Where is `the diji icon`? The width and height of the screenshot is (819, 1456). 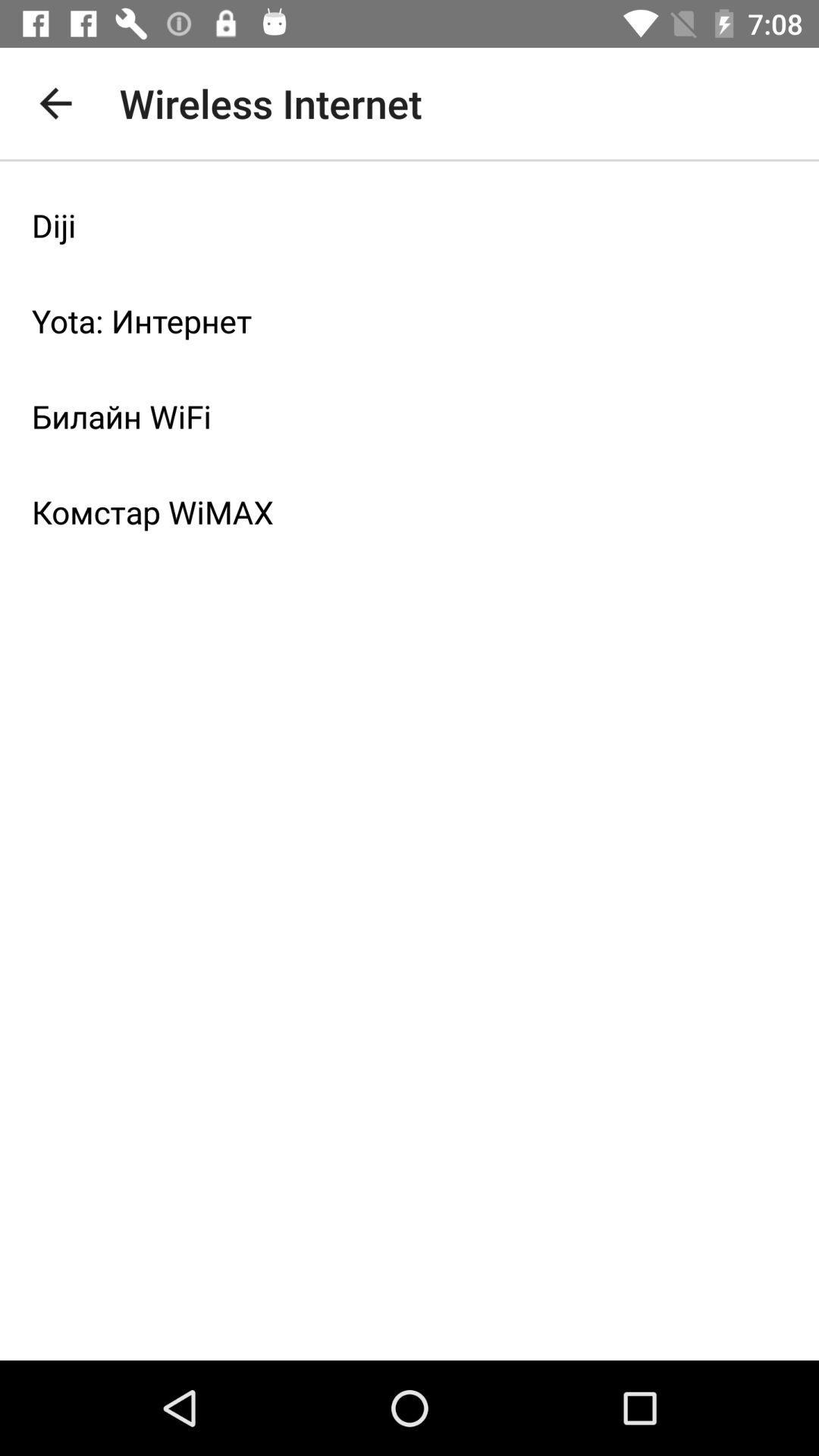 the diji icon is located at coordinates (409, 224).